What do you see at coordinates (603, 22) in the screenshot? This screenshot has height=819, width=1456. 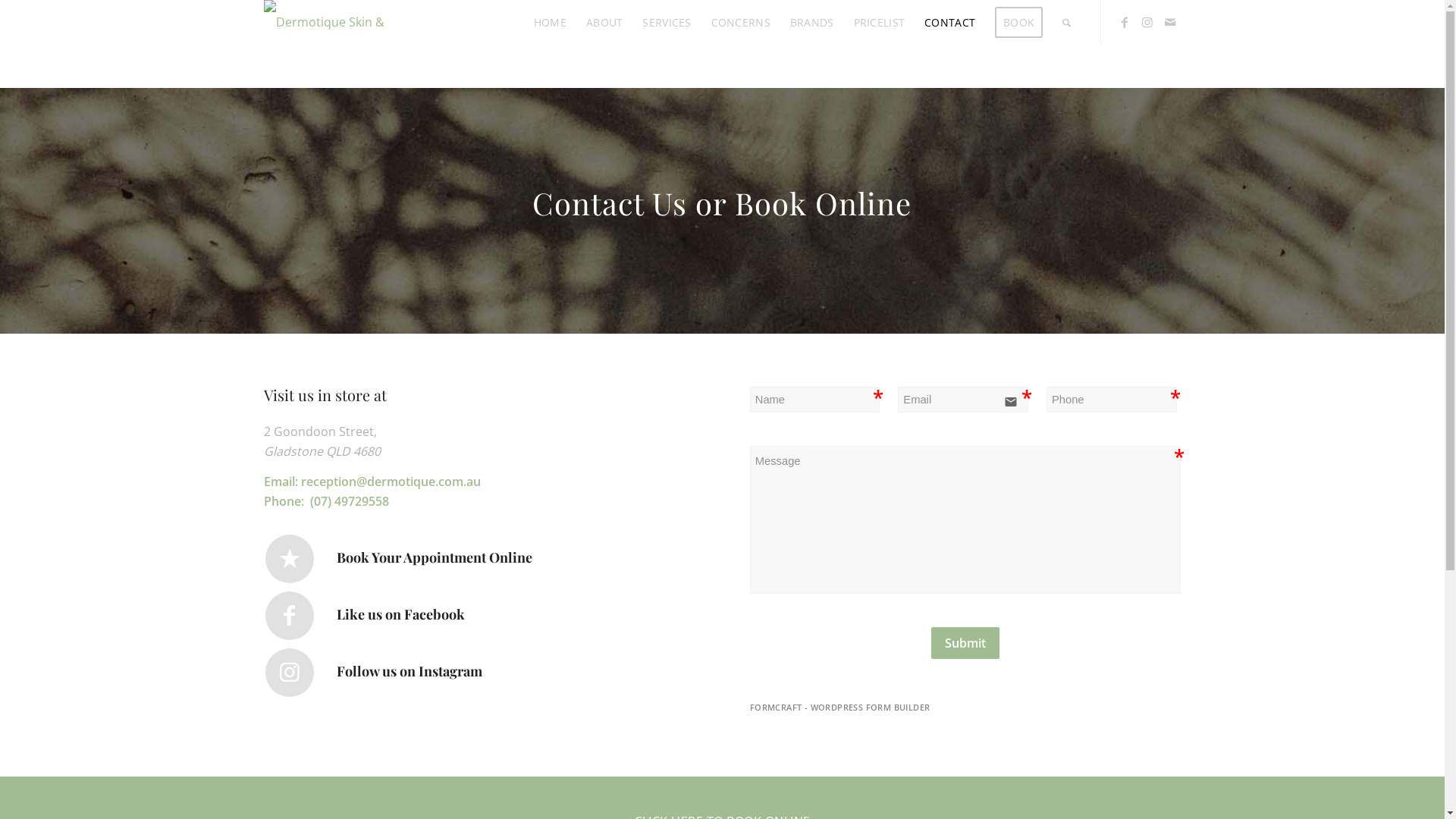 I see `'ABOUT'` at bounding box center [603, 22].